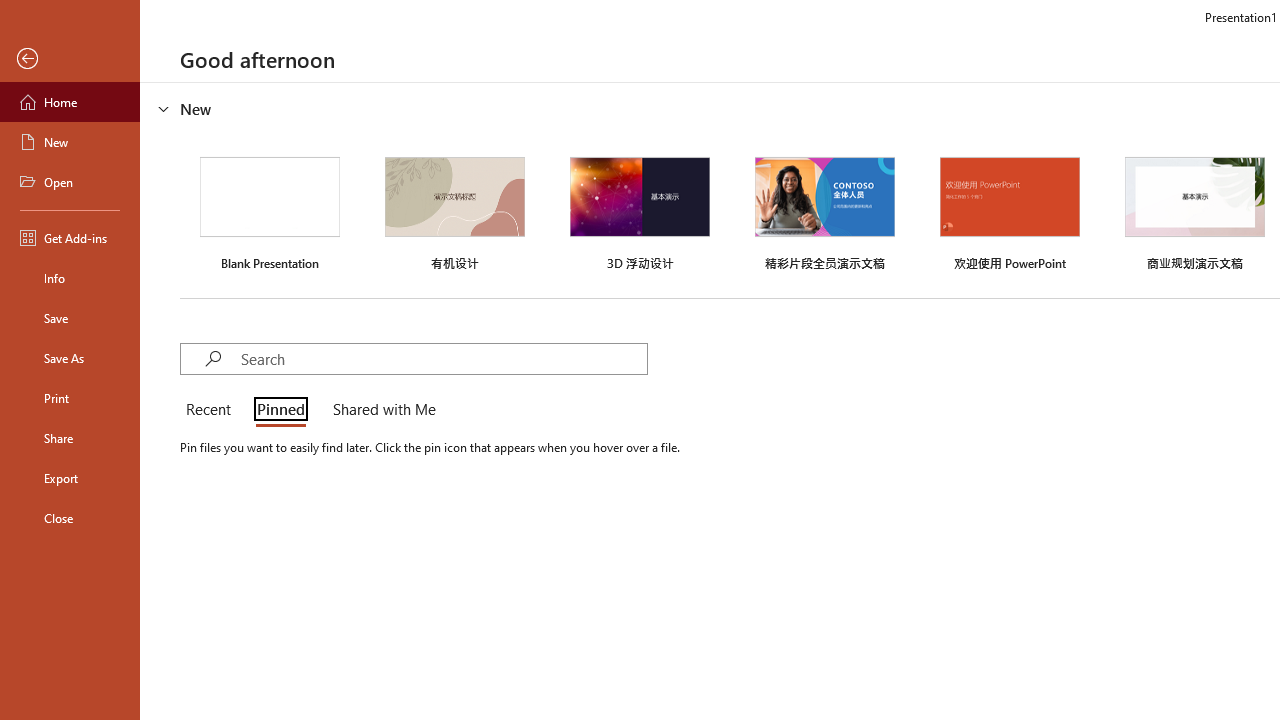 Image resolution: width=1280 pixels, height=720 pixels. What do you see at coordinates (69, 182) in the screenshot?
I see `'Open'` at bounding box center [69, 182].